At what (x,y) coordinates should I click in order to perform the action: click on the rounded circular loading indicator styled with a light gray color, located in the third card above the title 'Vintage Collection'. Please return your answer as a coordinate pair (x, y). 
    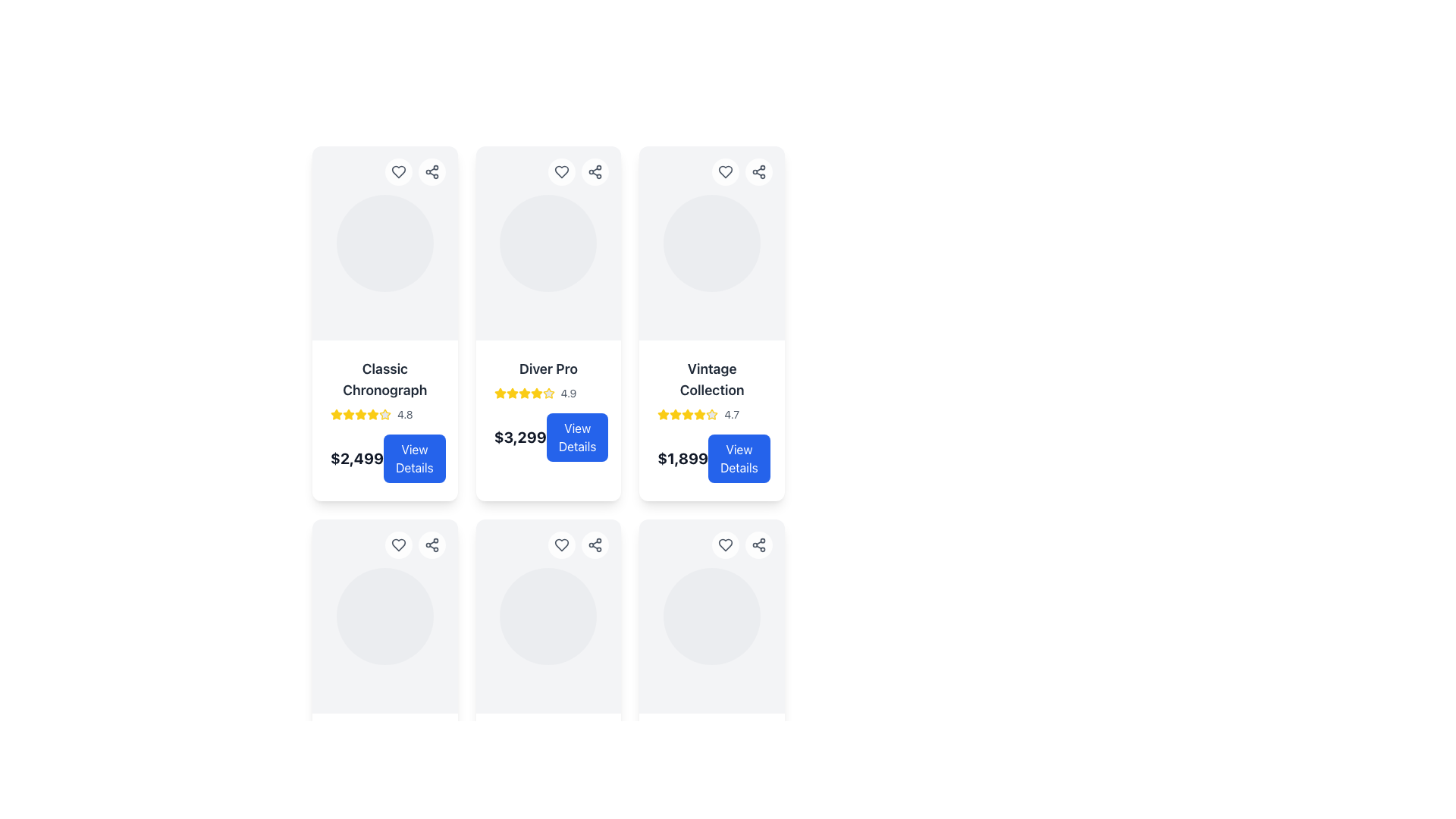
    Looking at the image, I should click on (711, 242).